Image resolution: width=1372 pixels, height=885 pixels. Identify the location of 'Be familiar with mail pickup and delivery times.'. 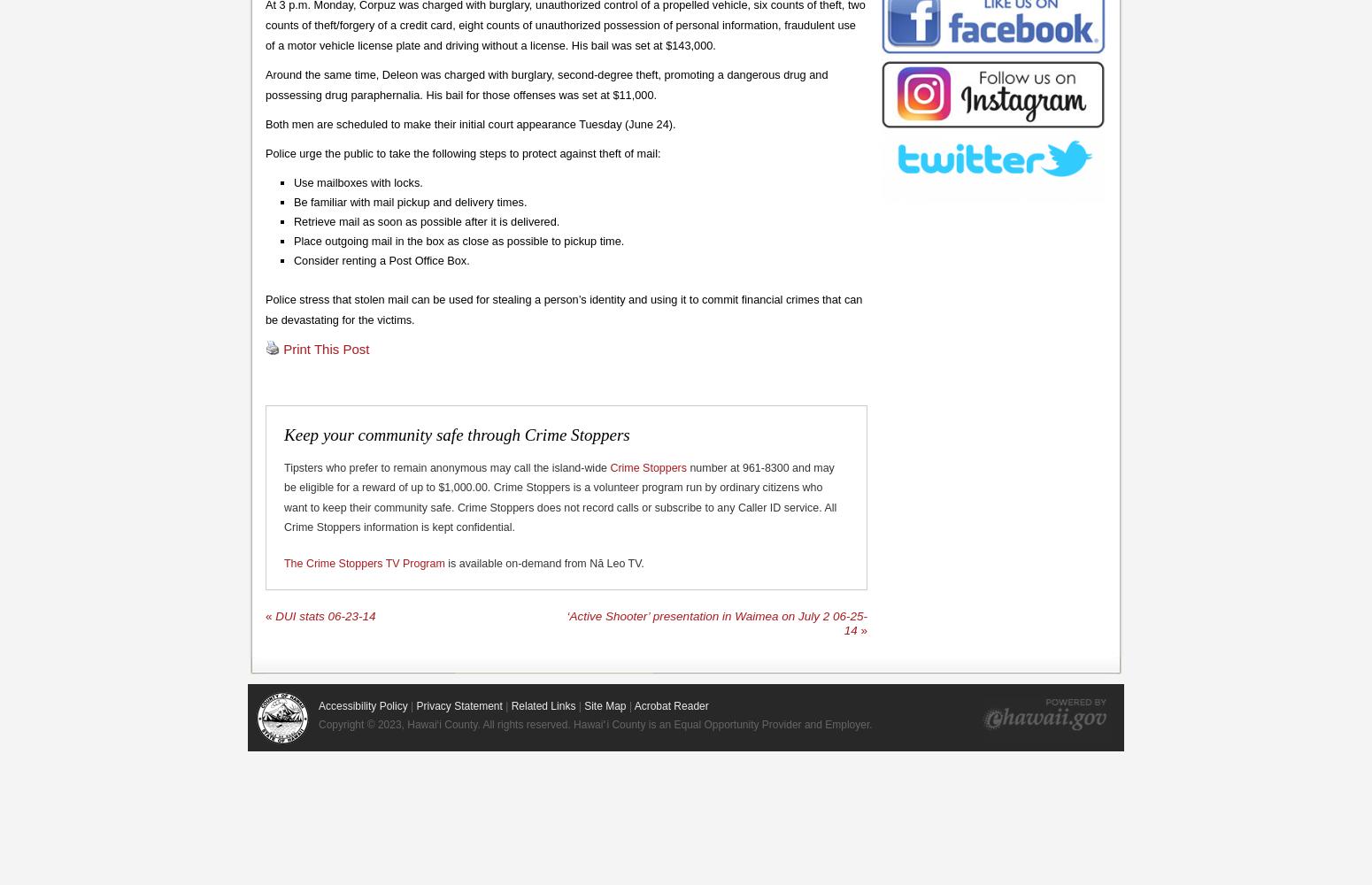
(291, 201).